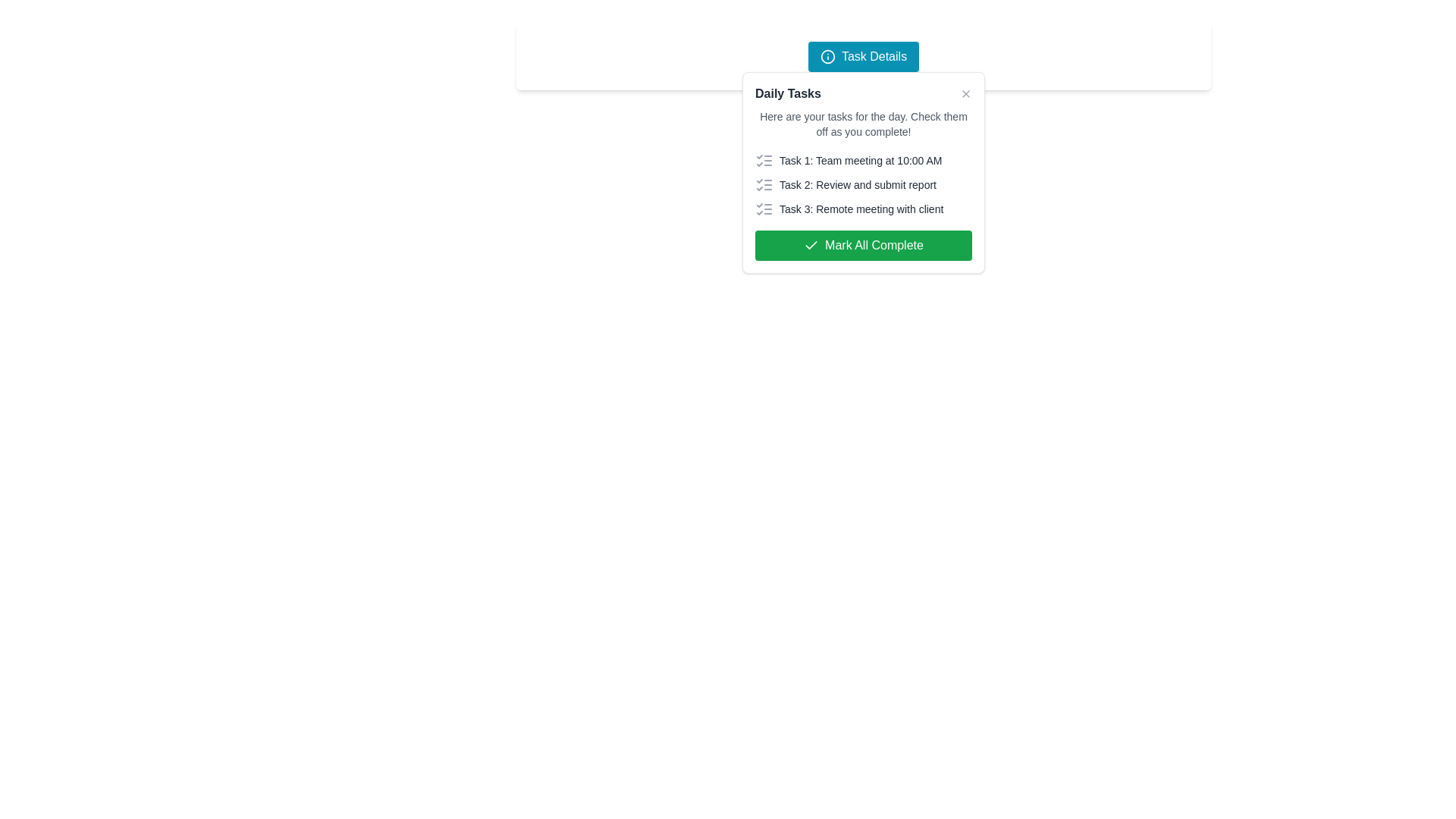 This screenshot has height=819, width=1456. Describe the element at coordinates (863, 55) in the screenshot. I see `the button with a cyan background and white text reading 'Task Details'` at that location.